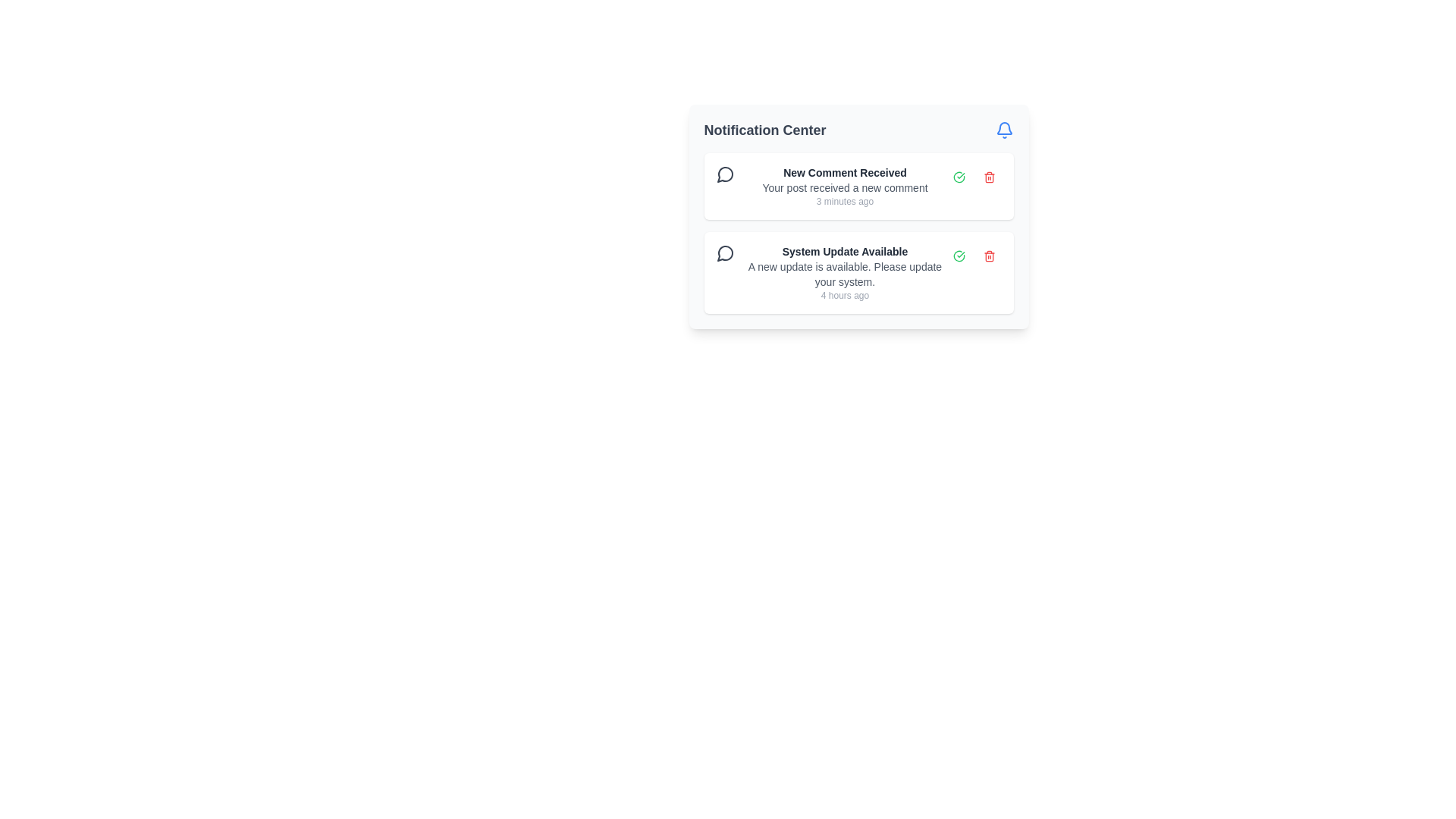  Describe the element at coordinates (958, 256) in the screenshot. I see `the button with an icon located in the second notification entry titled 'System Update Available' to acknowledge or confirm the notification` at that location.